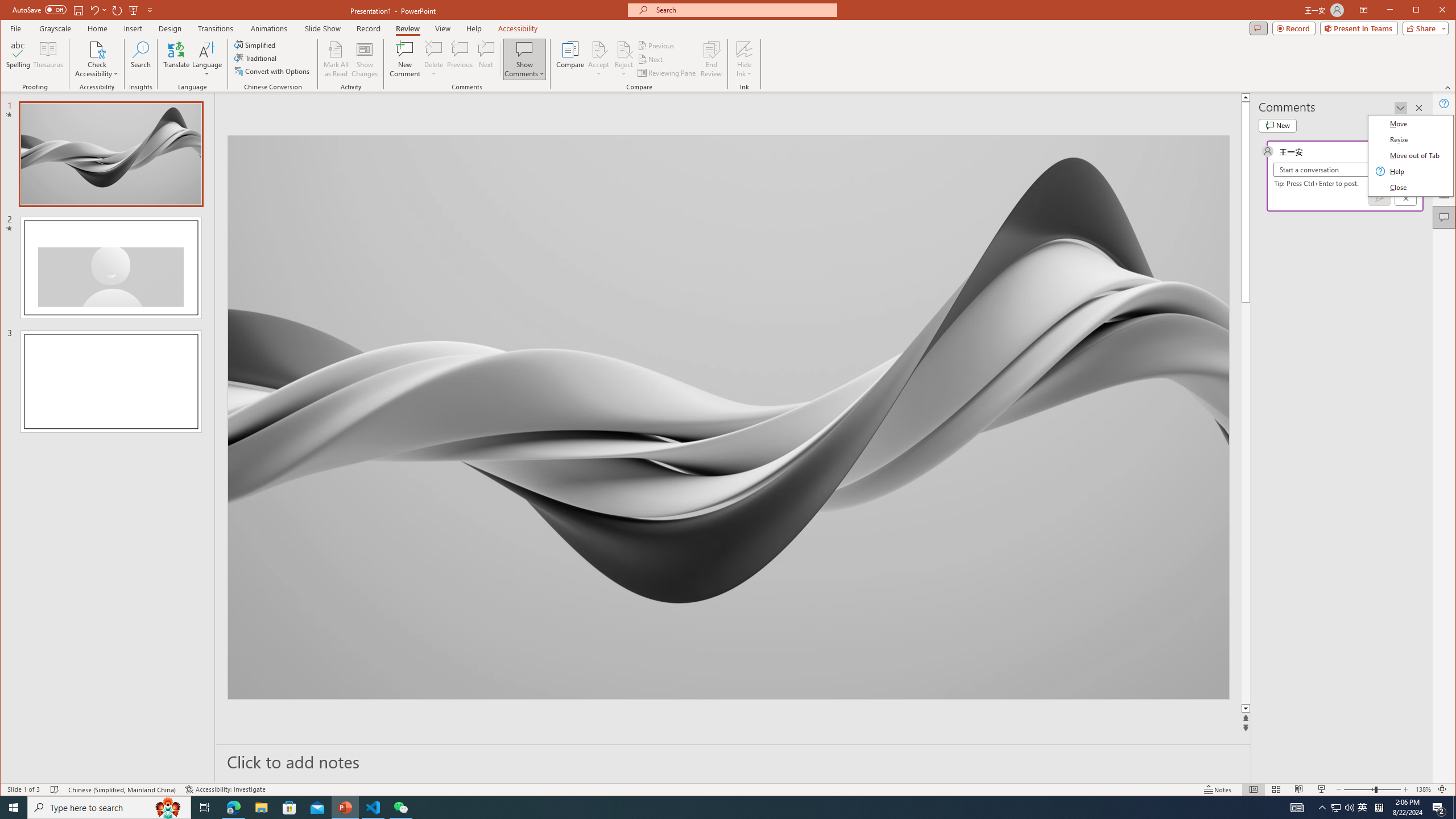 The image size is (1456, 819). What do you see at coordinates (1275, 789) in the screenshot?
I see `'Slide Sorter'` at bounding box center [1275, 789].